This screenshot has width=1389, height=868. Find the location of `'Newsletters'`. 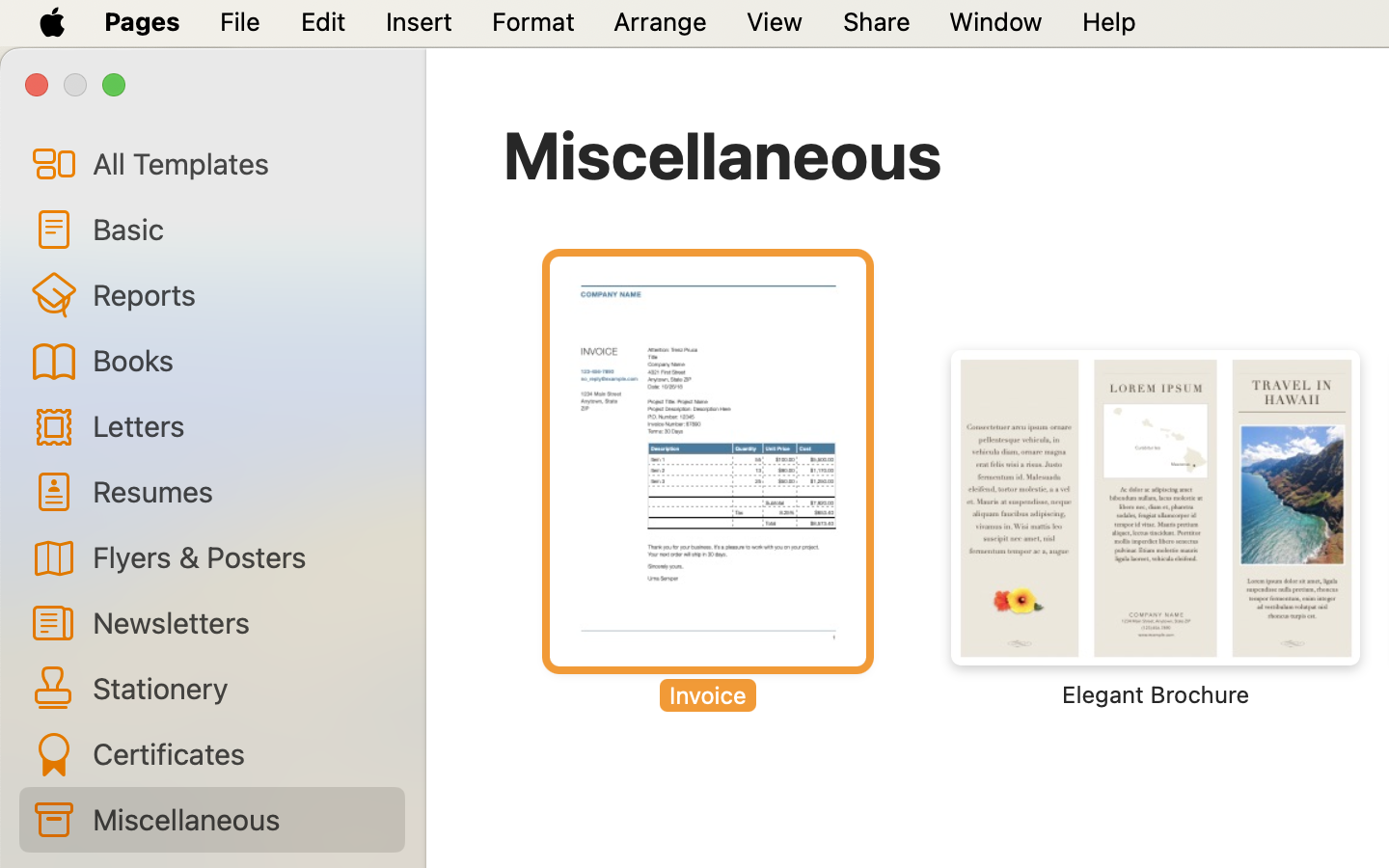

'Newsletters' is located at coordinates (239, 622).